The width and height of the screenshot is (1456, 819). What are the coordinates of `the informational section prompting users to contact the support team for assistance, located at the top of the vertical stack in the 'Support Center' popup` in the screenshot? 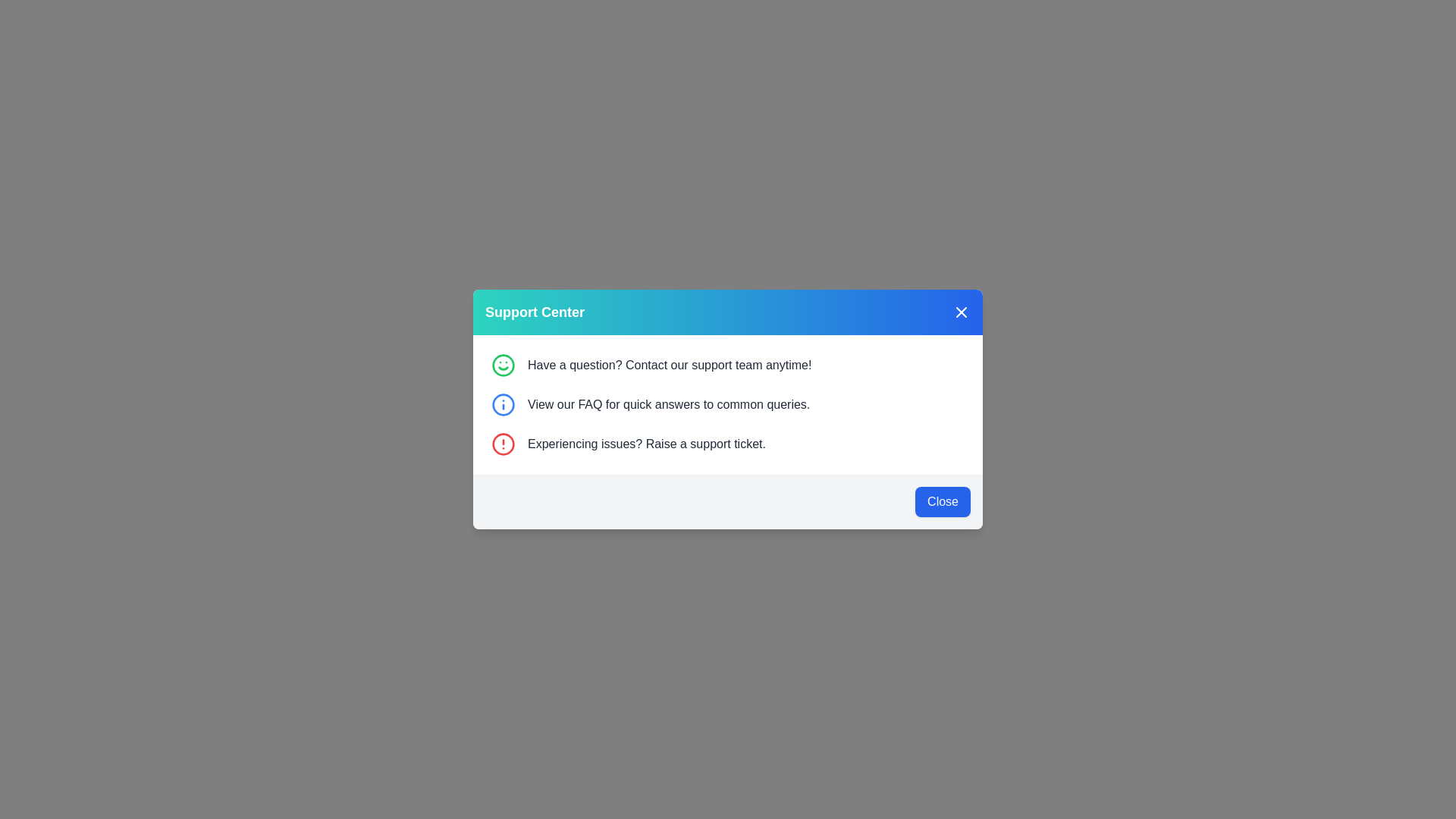 It's located at (728, 366).